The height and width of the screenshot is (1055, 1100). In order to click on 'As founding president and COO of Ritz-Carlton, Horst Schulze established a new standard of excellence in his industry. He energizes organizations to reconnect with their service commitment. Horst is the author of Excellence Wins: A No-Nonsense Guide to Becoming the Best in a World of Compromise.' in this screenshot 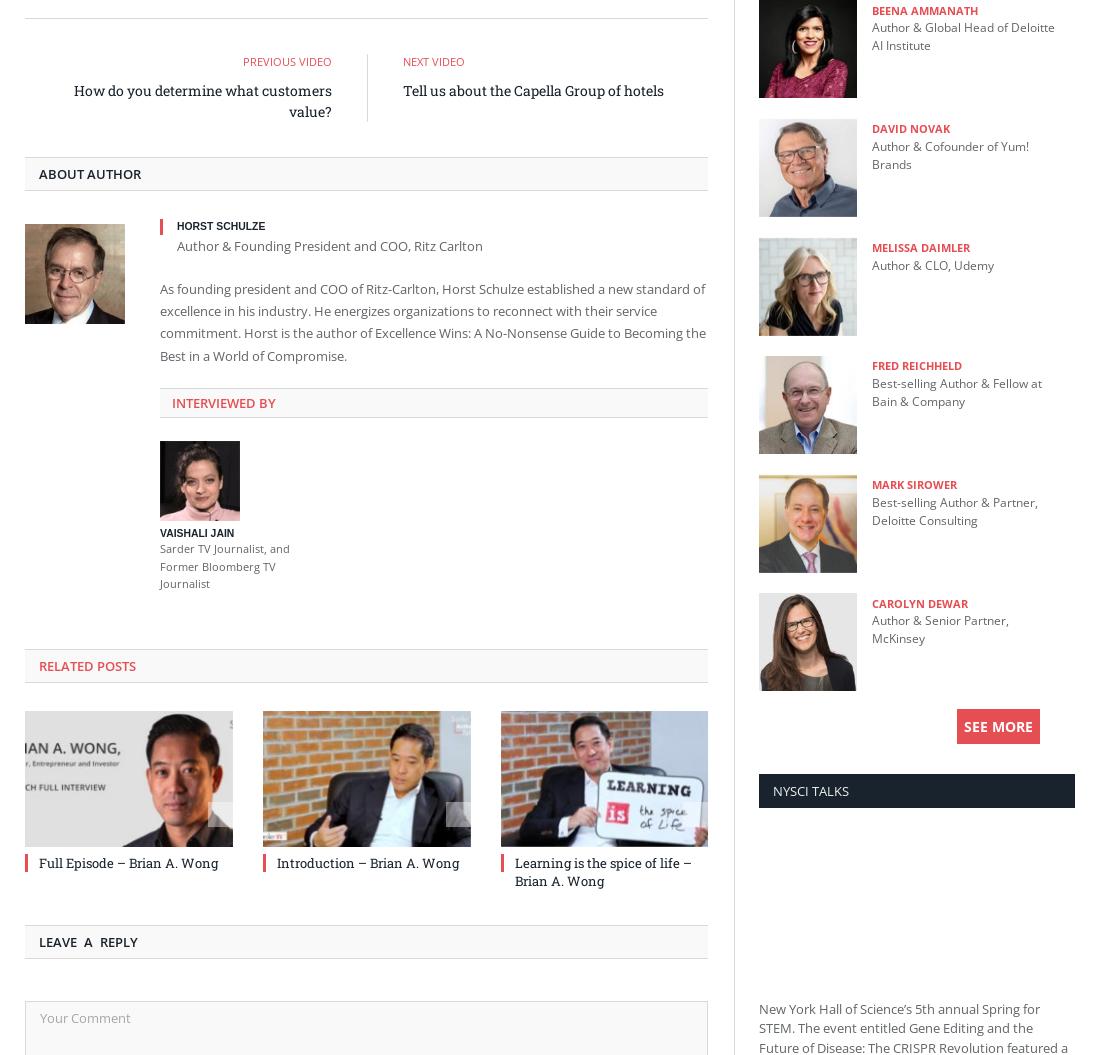, I will do `click(431, 320)`.